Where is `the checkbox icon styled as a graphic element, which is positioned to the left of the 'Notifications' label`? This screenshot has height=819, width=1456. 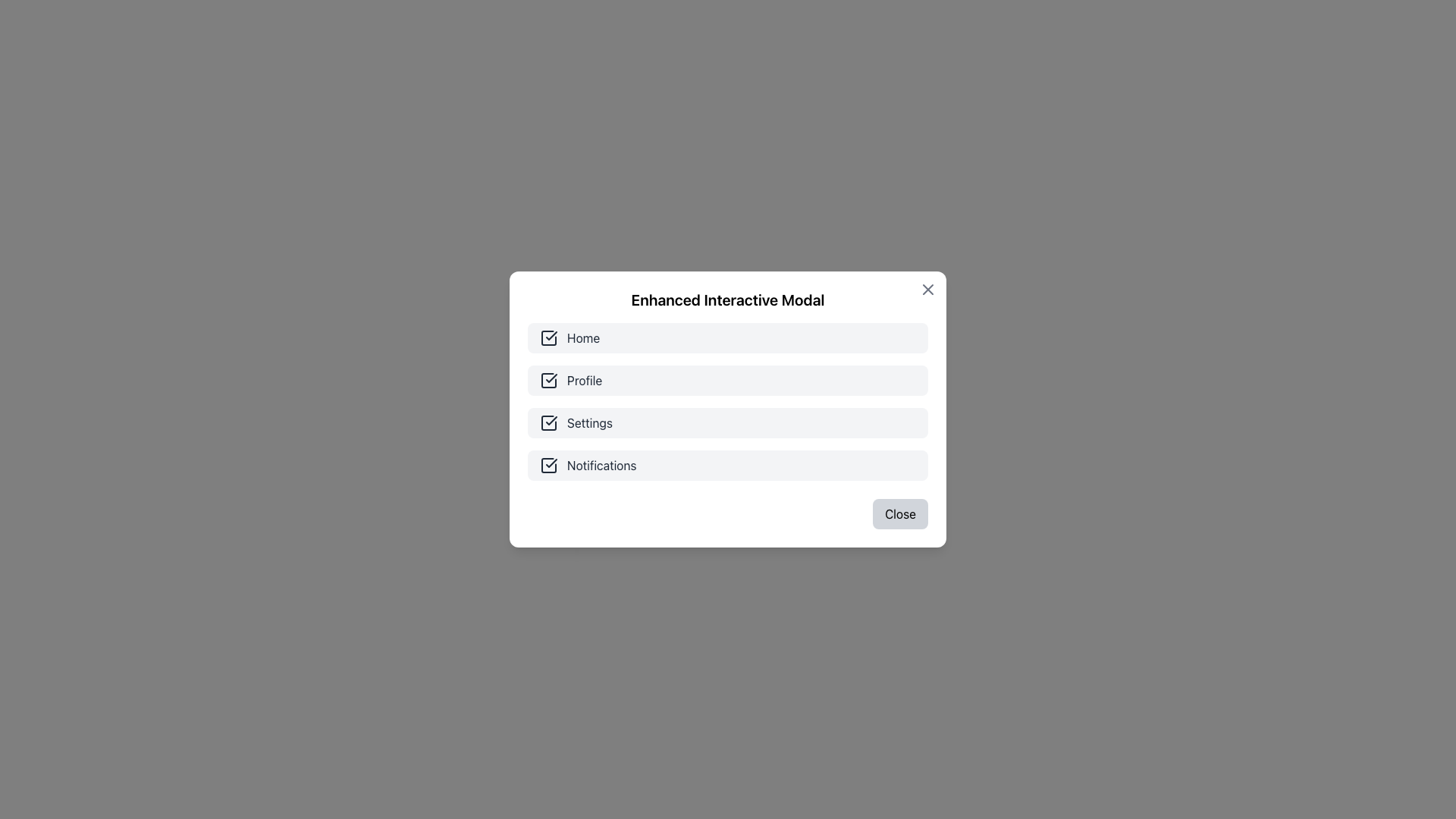 the checkbox icon styled as a graphic element, which is positioned to the left of the 'Notifications' label is located at coordinates (548, 464).